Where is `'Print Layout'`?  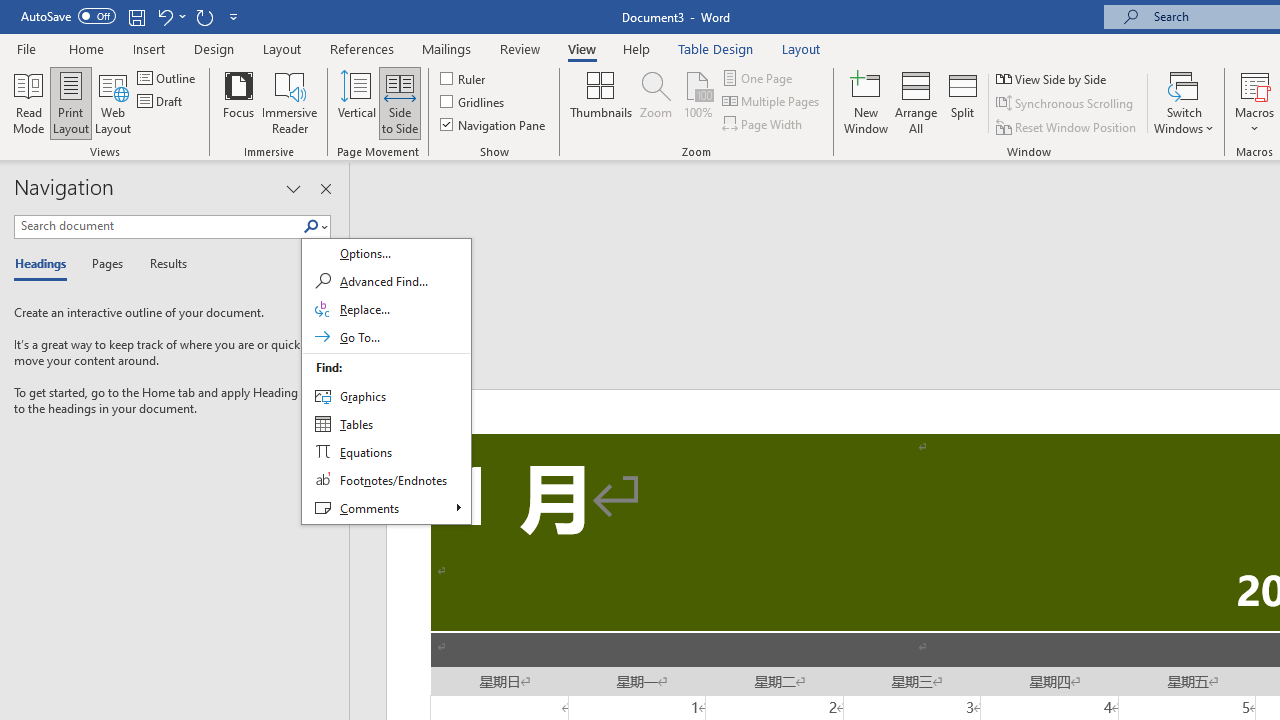
'Print Layout' is located at coordinates (71, 103).